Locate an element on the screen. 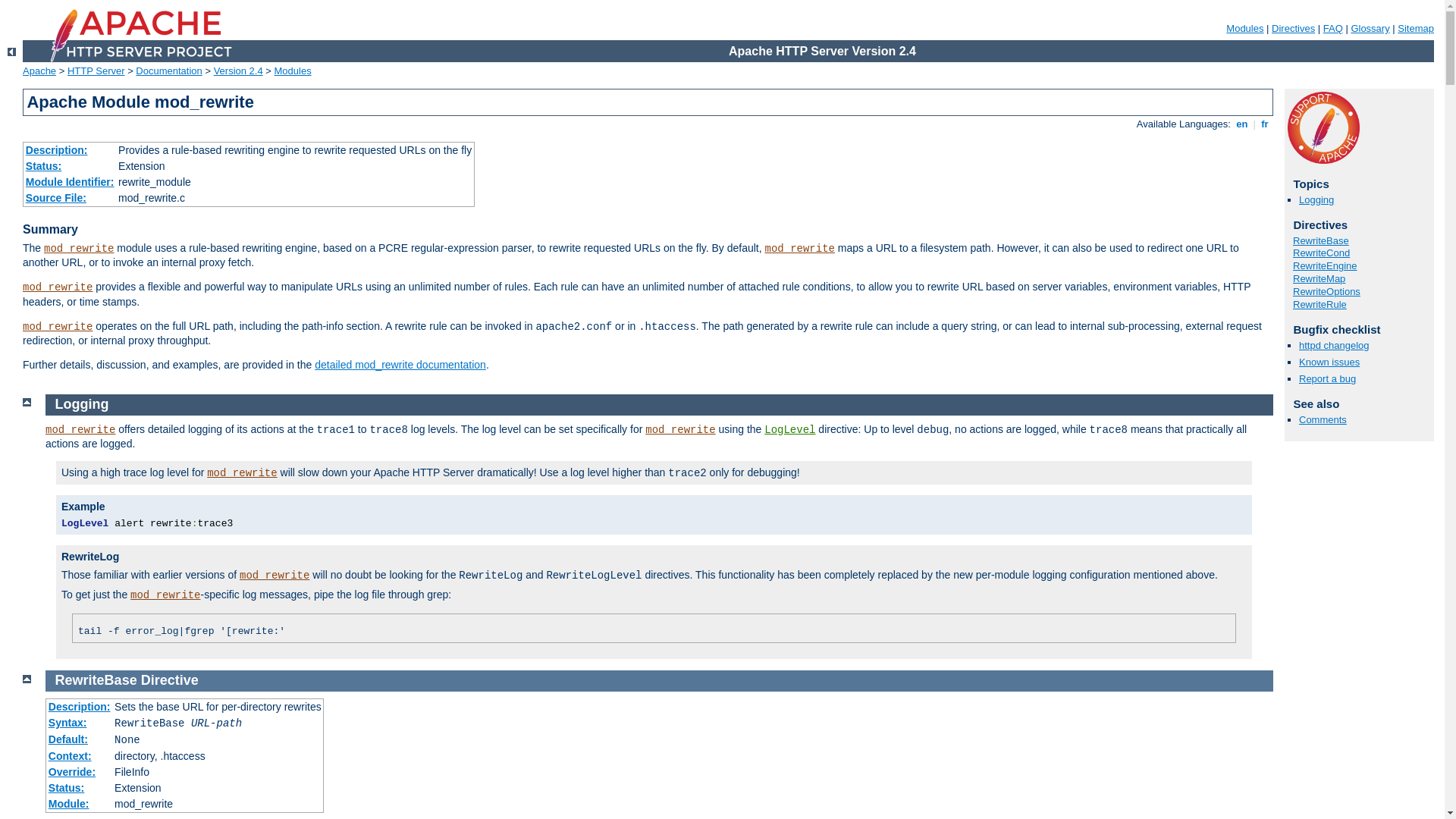 The height and width of the screenshot is (819, 1456). 'mod_rewrite' is located at coordinates (58, 287).